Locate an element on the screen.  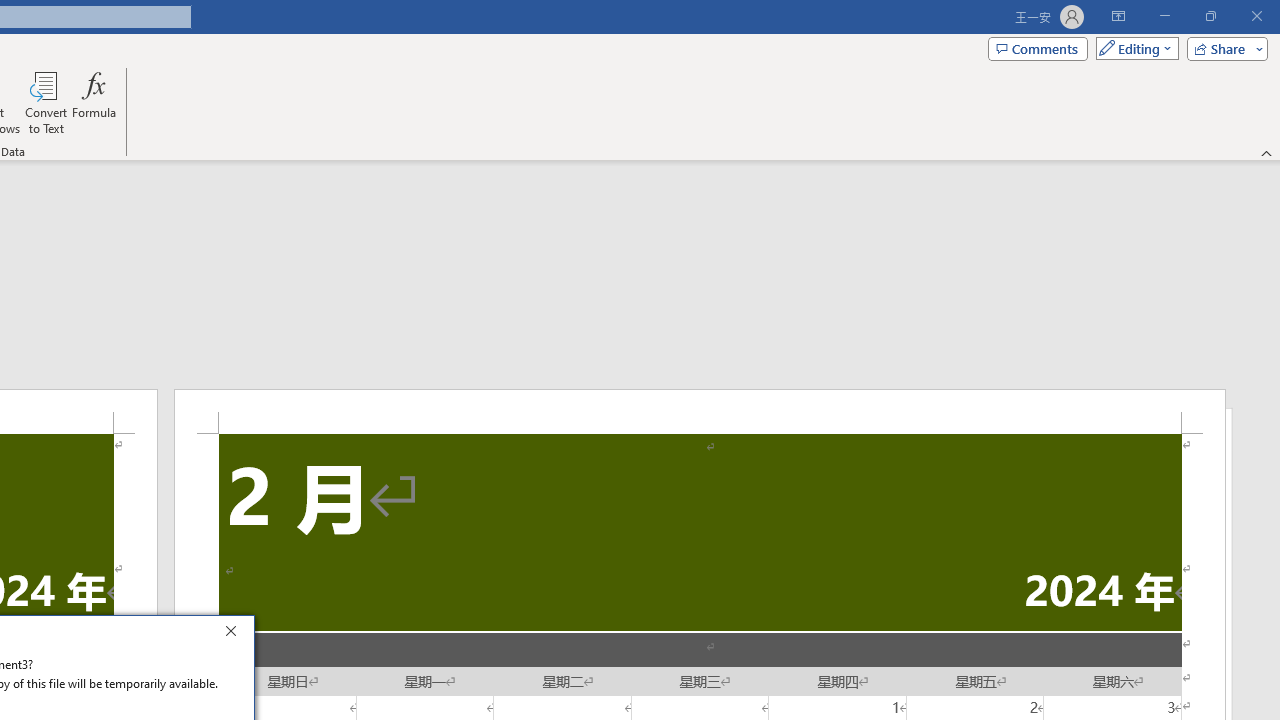
'Minimize' is located at coordinates (1164, 16).